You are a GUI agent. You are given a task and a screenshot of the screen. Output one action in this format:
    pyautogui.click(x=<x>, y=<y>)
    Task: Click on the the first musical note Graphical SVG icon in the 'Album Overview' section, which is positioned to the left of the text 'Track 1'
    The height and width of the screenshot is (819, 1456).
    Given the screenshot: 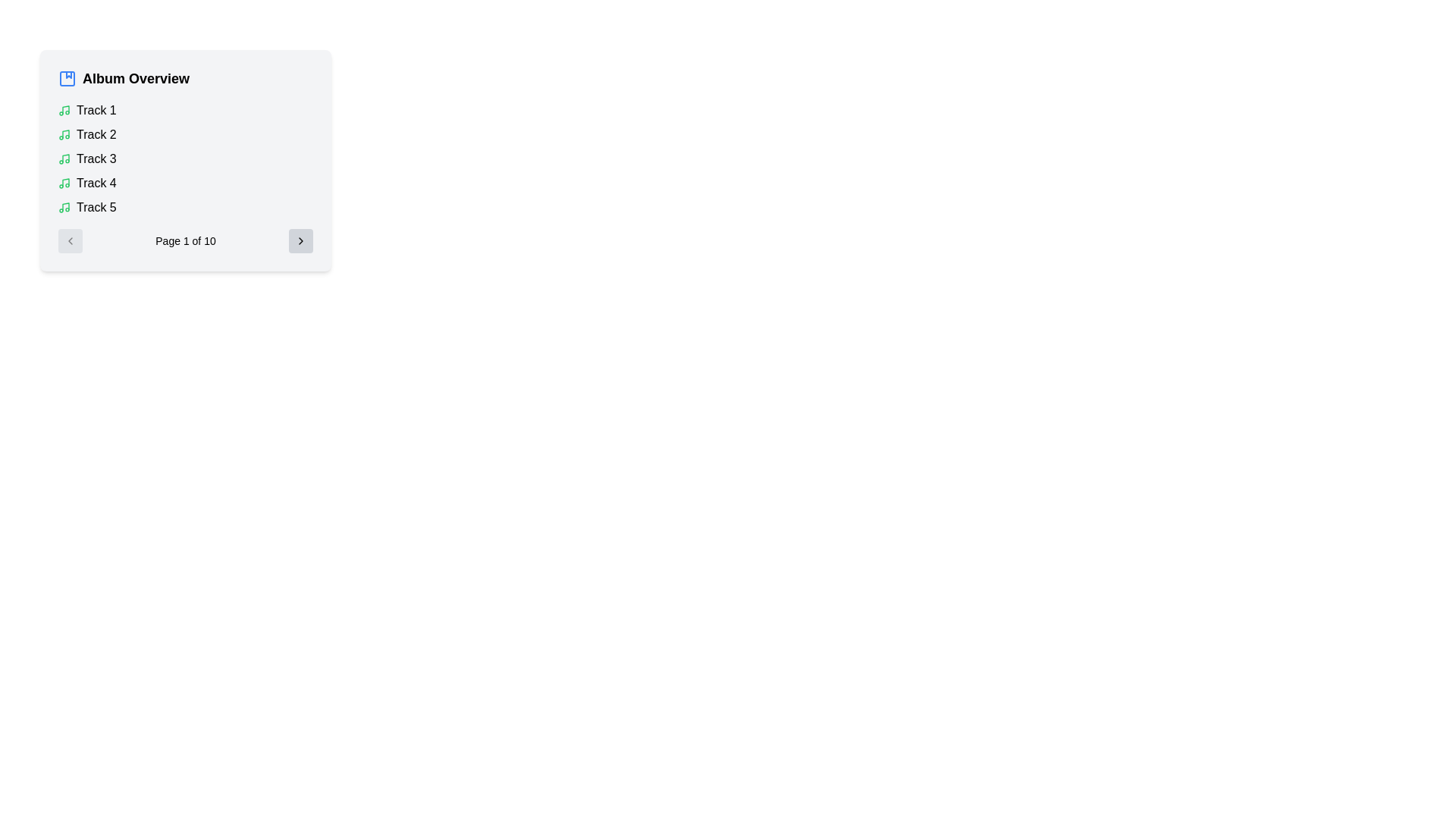 What is the action you would take?
    pyautogui.click(x=64, y=109)
    